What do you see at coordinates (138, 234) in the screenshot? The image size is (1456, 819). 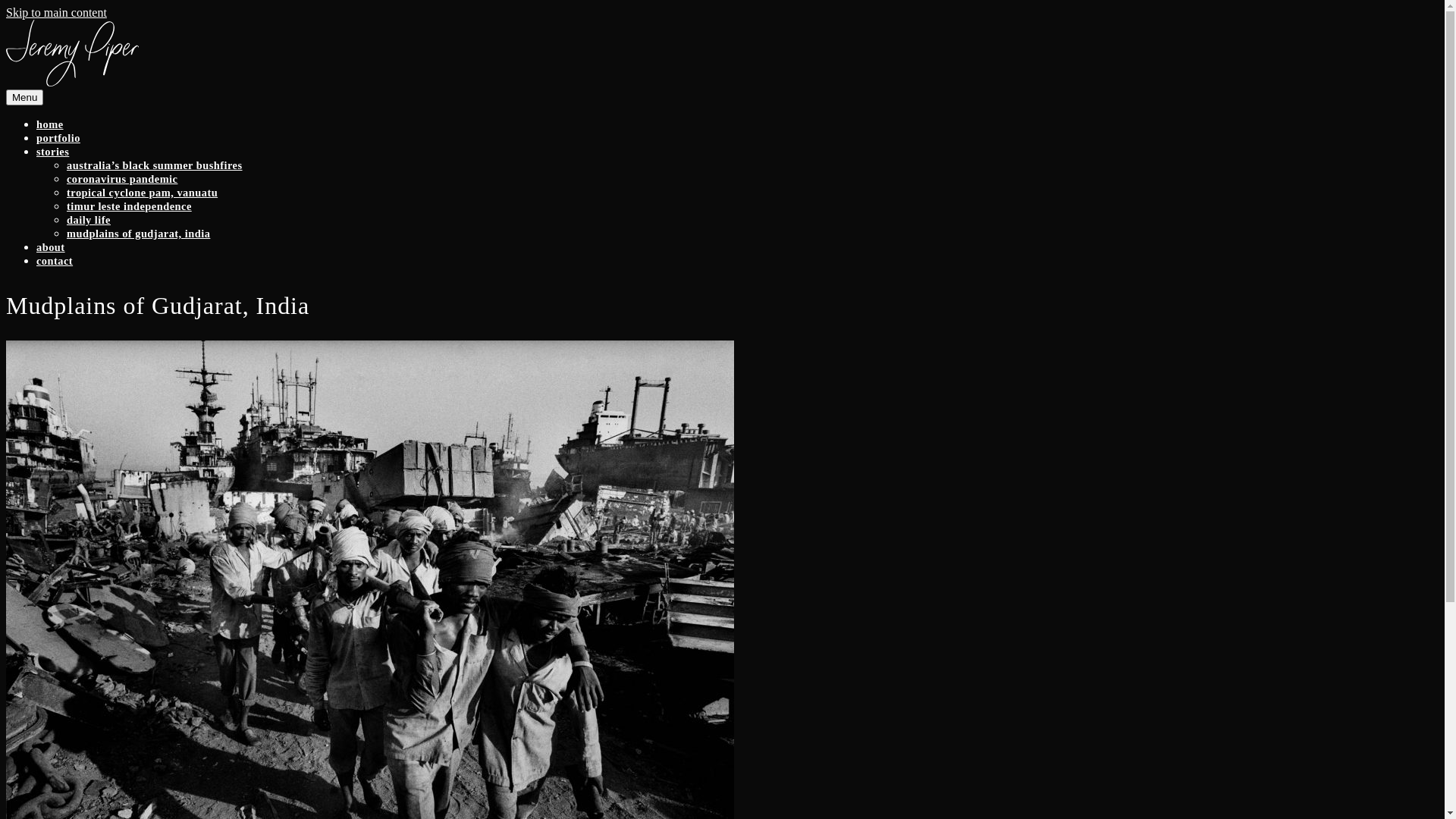 I see `'mudplains of gudjarat, india'` at bounding box center [138, 234].